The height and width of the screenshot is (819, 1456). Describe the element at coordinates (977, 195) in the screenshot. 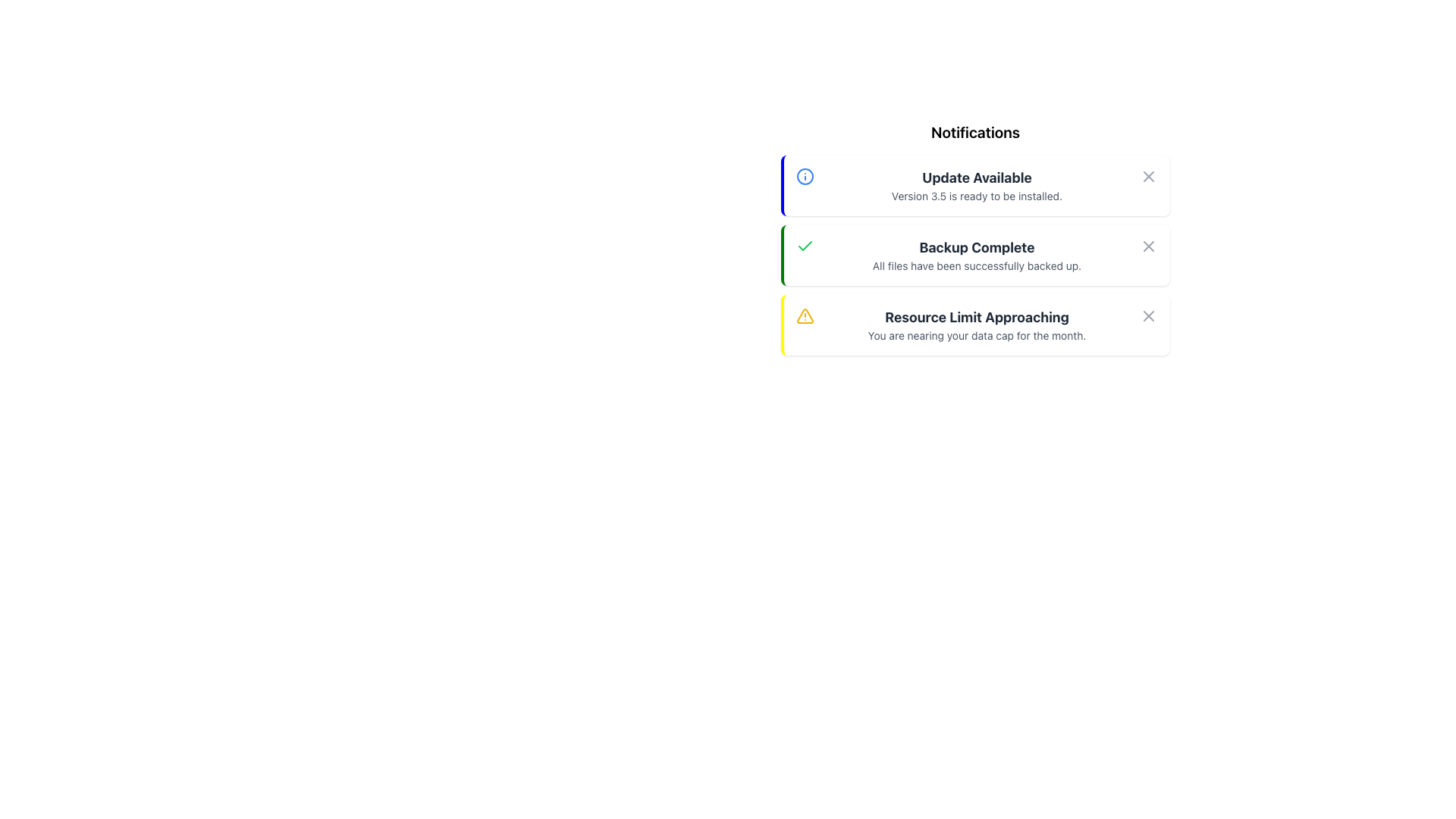

I see `the static text element that provides additional information related to the 'Update Available' title, positioned immediately below it in the notification card` at that location.